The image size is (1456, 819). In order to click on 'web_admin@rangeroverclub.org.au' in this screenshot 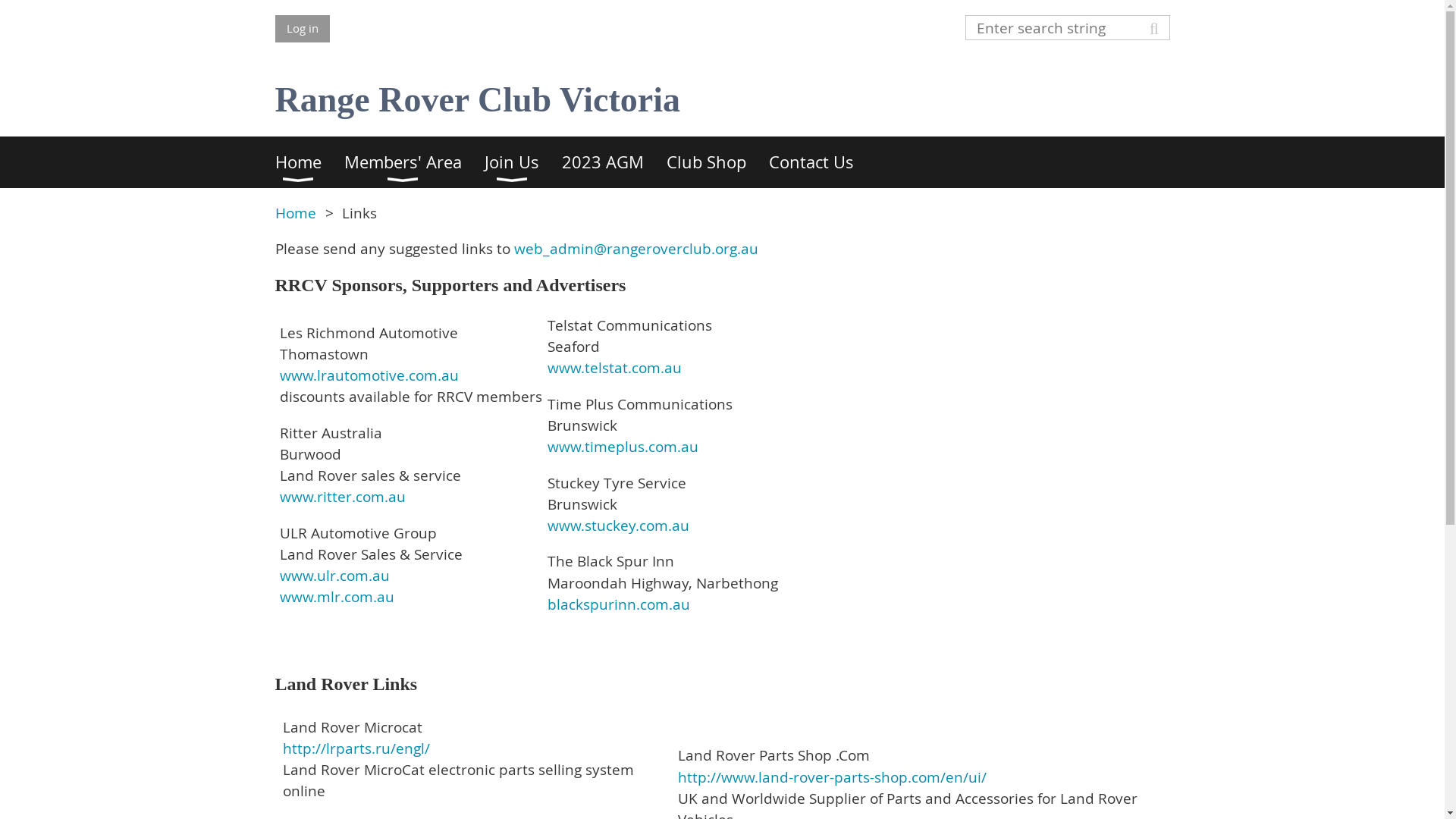, I will do `click(636, 247)`.